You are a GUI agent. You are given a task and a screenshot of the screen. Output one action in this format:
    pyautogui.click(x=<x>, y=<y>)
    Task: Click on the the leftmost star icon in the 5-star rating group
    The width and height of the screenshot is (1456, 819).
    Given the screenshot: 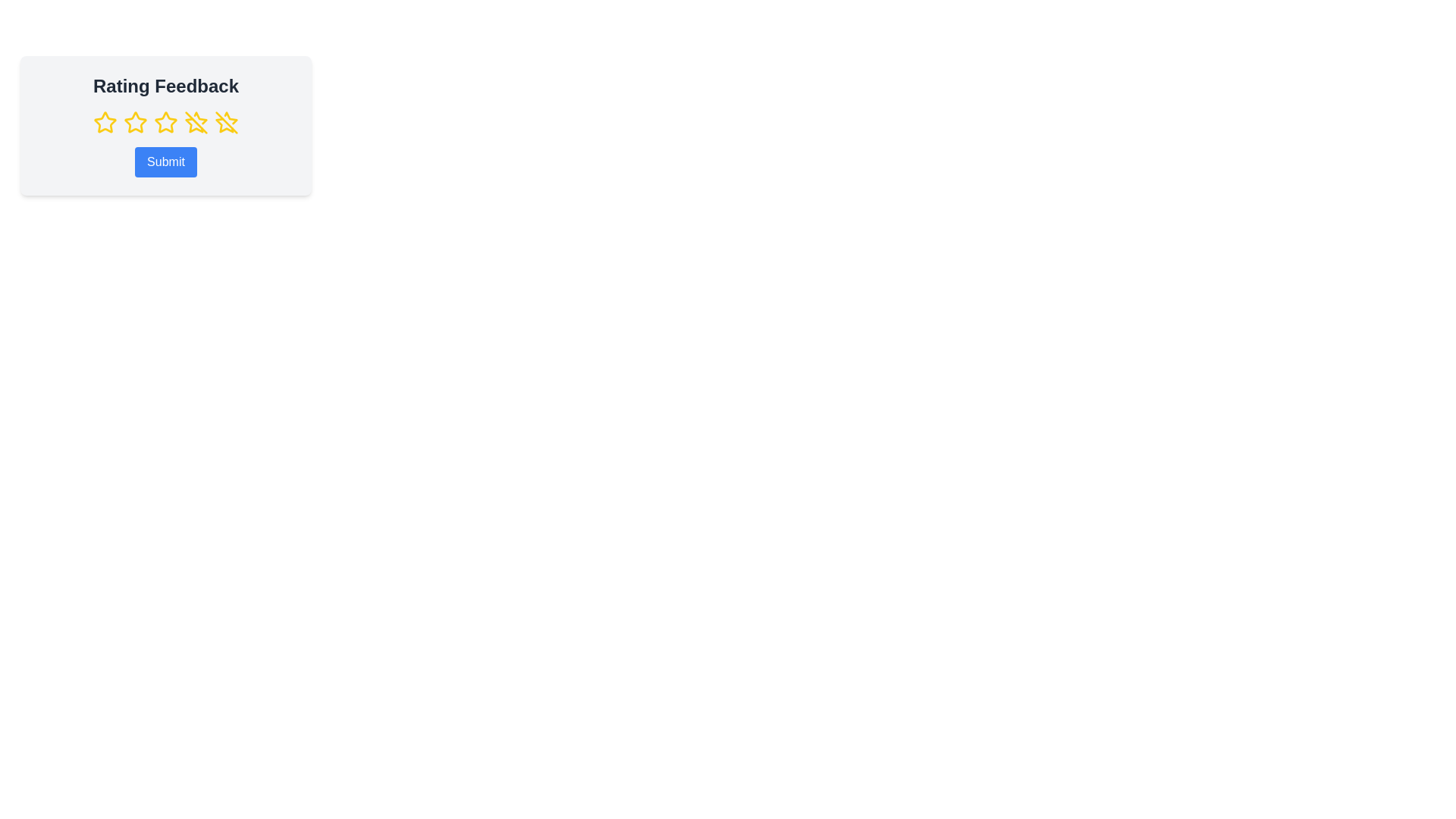 What is the action you would take?
    pyautogui.click(x=105, y=122)
    